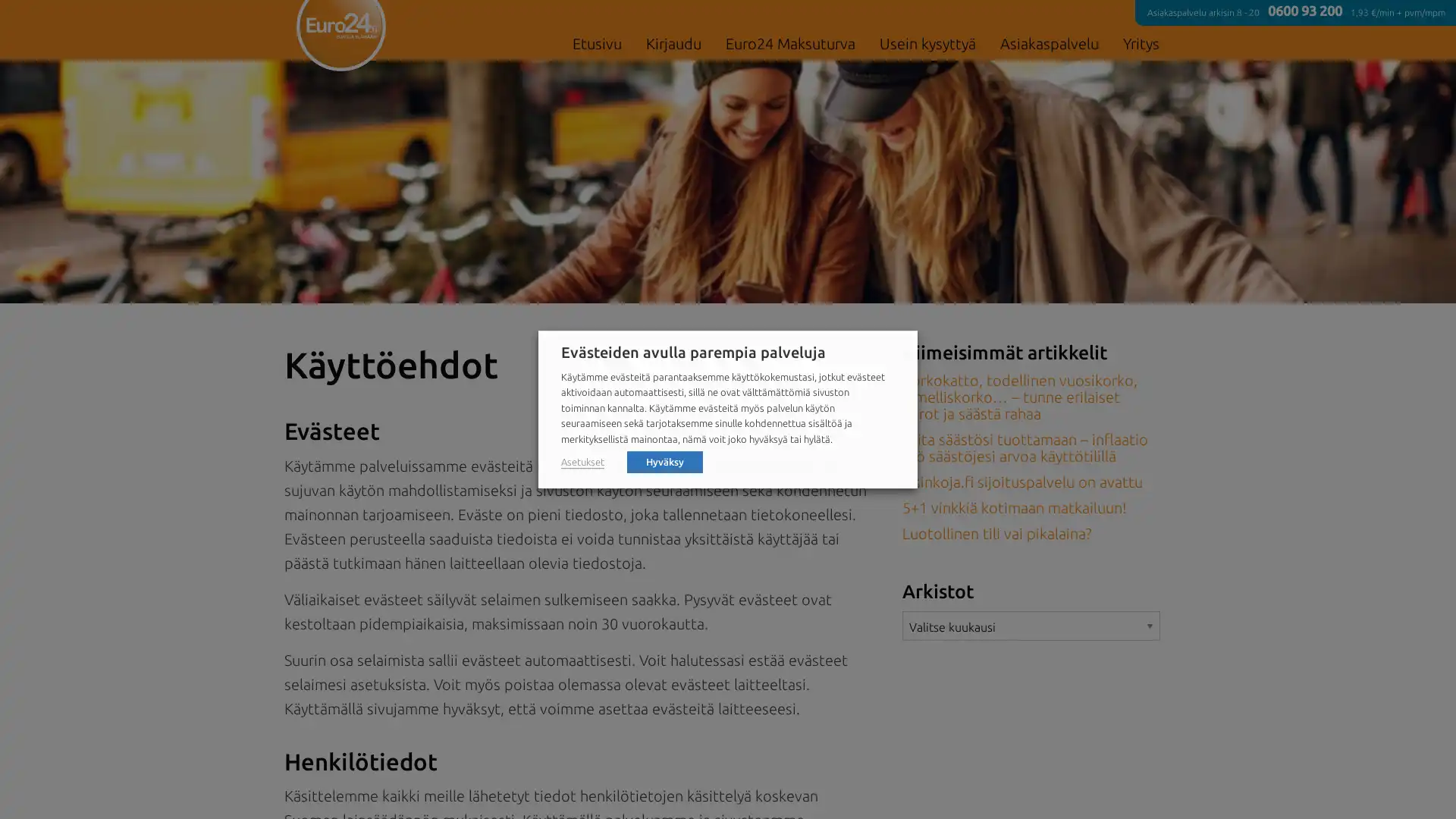  Describe the element at coordinates (665, 460) in the screenshot. I see `Hyvaksy` at that location.